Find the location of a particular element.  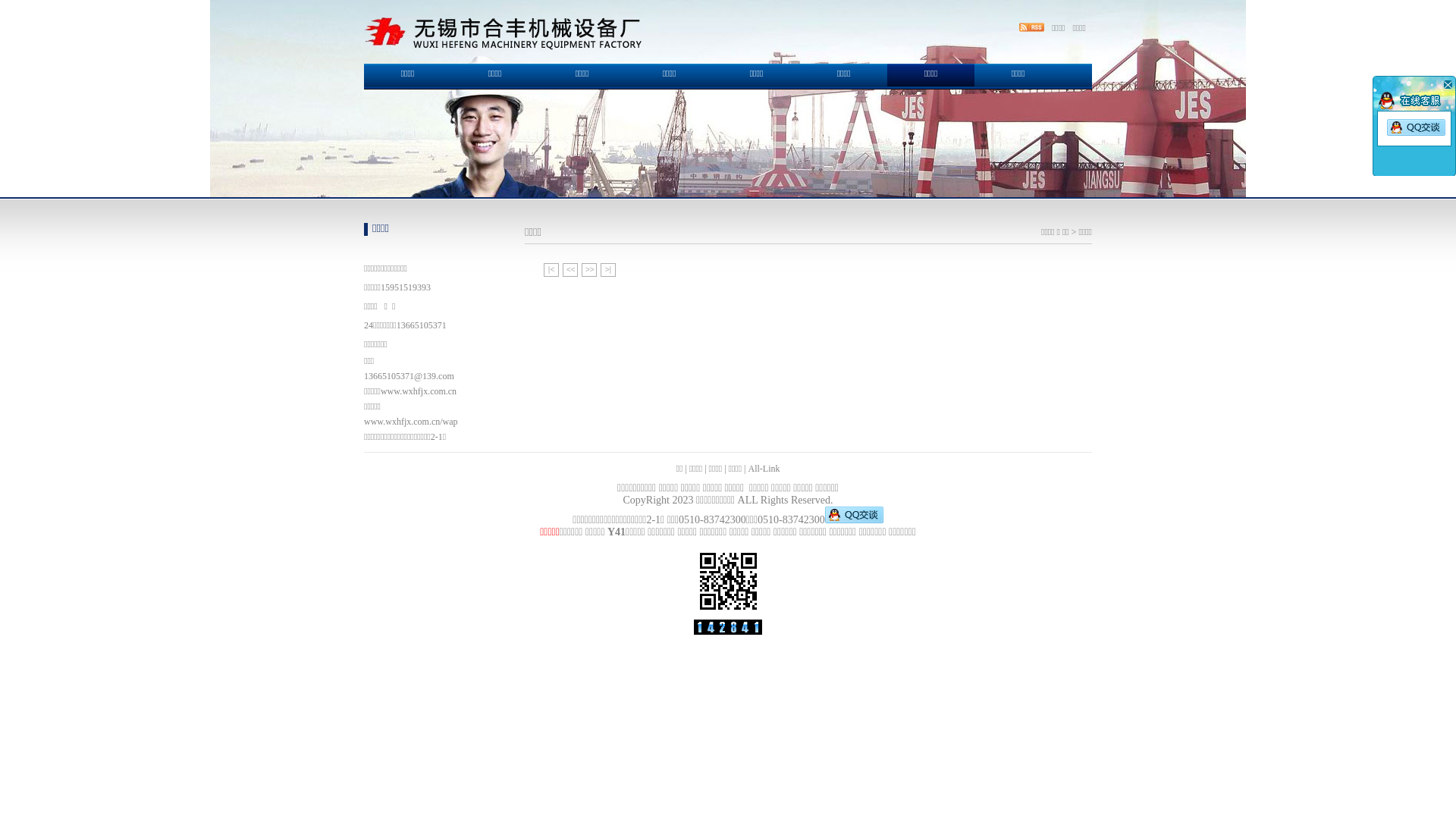

'www.wxhfjx.com.cn/wap' is located at coordinates (411, 421).